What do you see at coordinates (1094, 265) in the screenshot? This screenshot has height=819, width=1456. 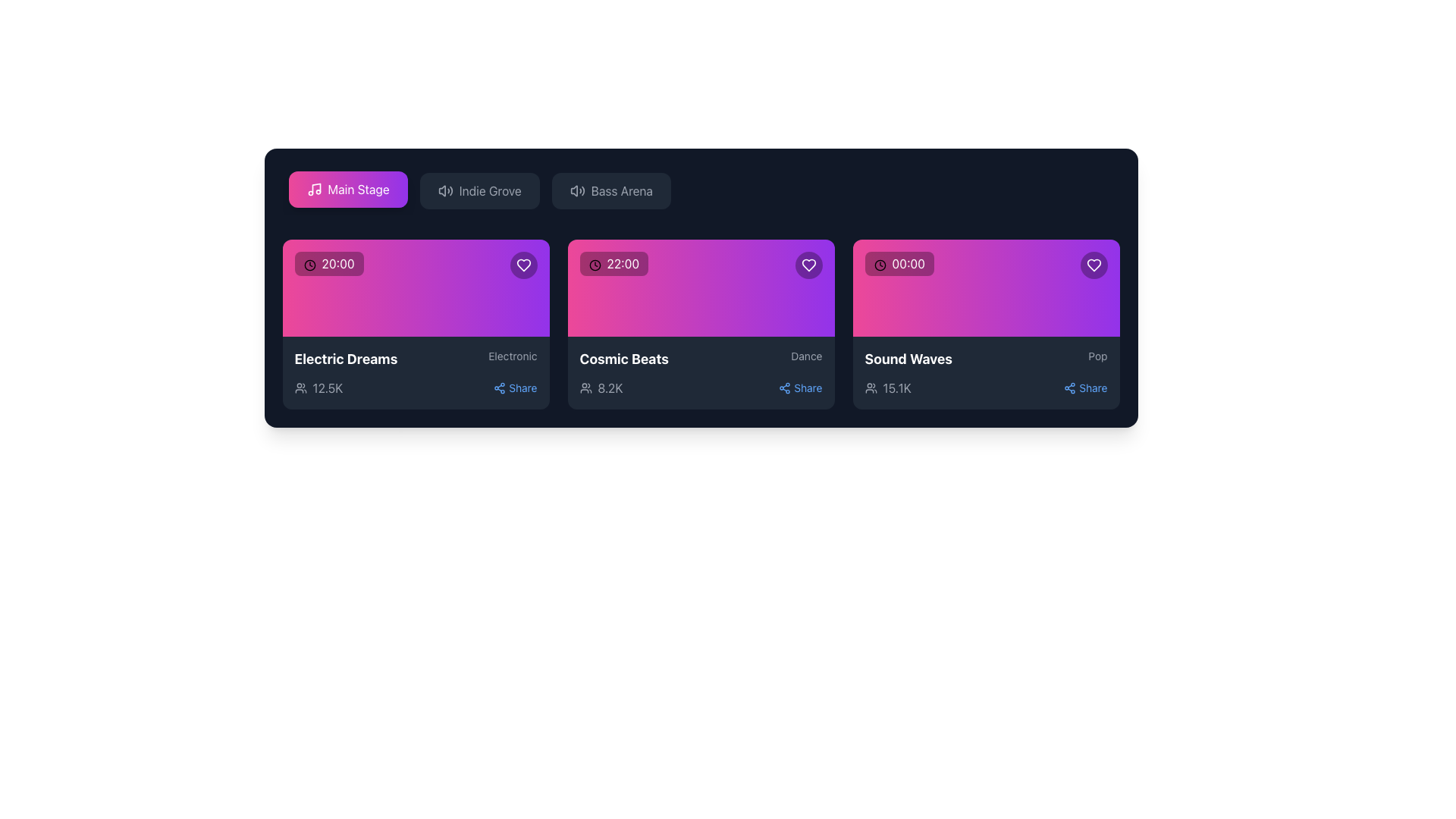 I see `the favorite button located in the top-right corner of the last card, which is indicated by a heart icon, to mark the associated content as a favorite` at bounding box center [1094, 265].